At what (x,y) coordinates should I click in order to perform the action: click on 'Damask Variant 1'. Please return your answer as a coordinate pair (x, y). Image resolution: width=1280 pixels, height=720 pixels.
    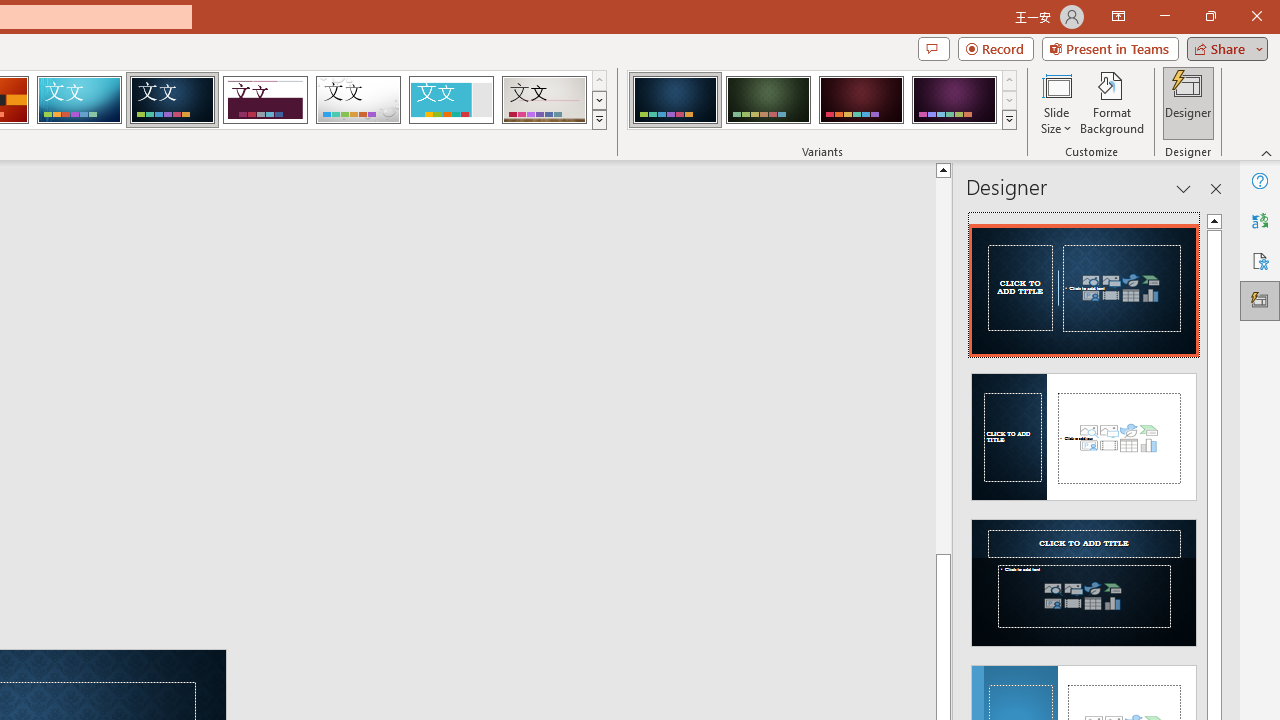
    Looking at the image, I should click on (675, 100).